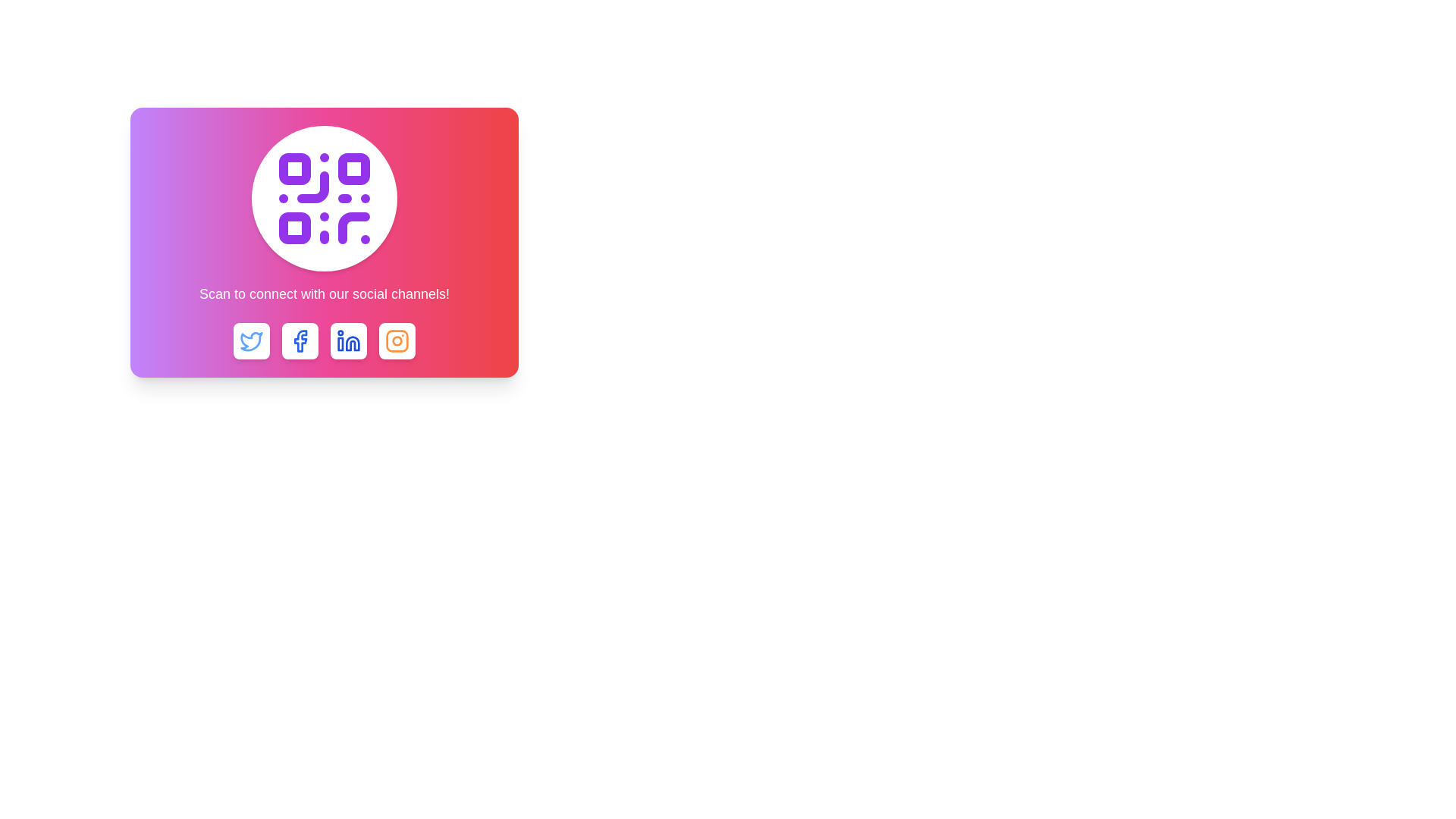  I want to click on the small purple square with rounded corners located in the top-left section of the QR code graphic, so click(294, 169).